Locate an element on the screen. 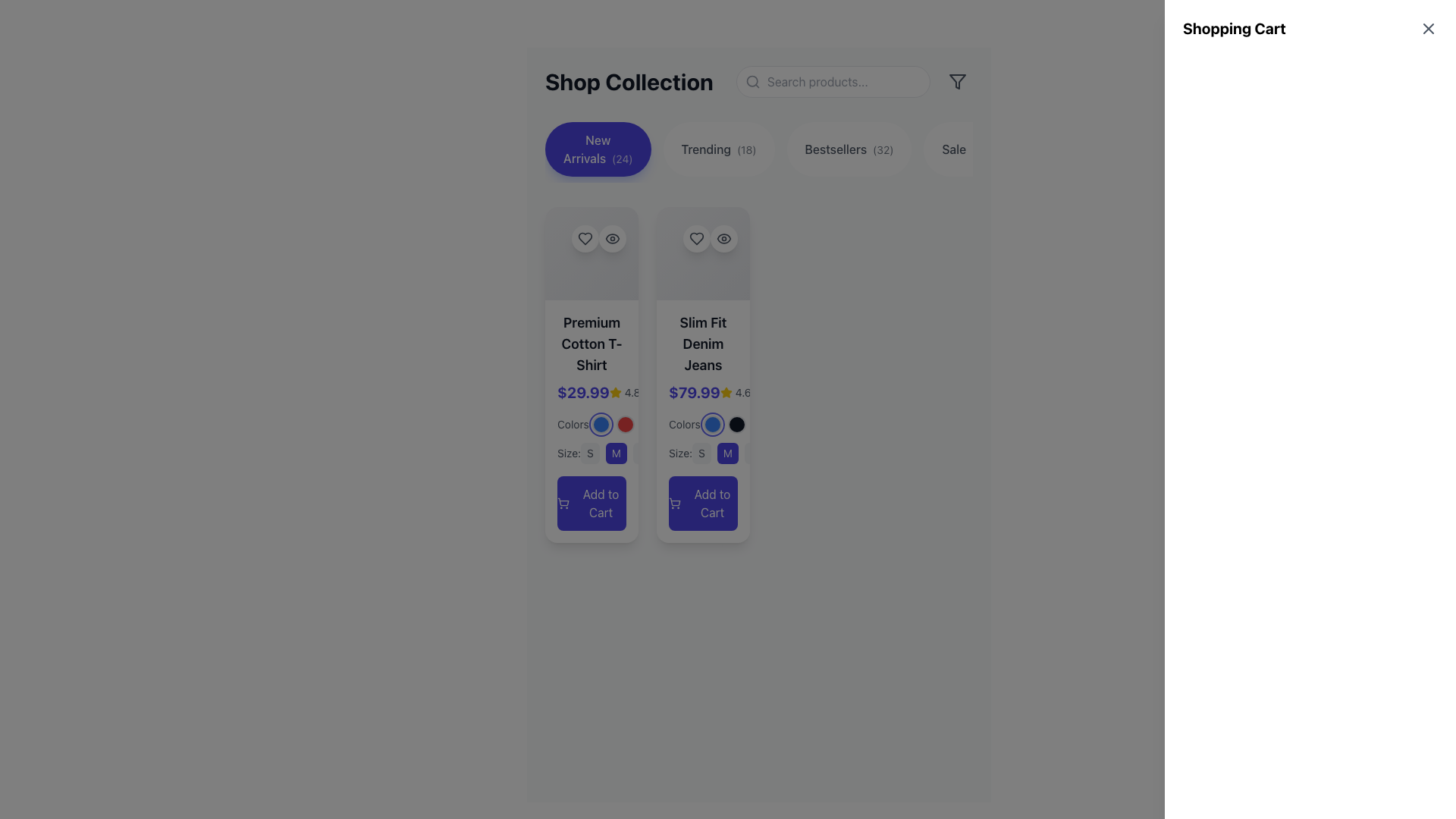 The image size is (1456, 819). the static label text 'Size:' which is styled in gray color and positioned to the left of the size options ('S', 'M', 'L', 'XL') is located at coordinates (679, 452).